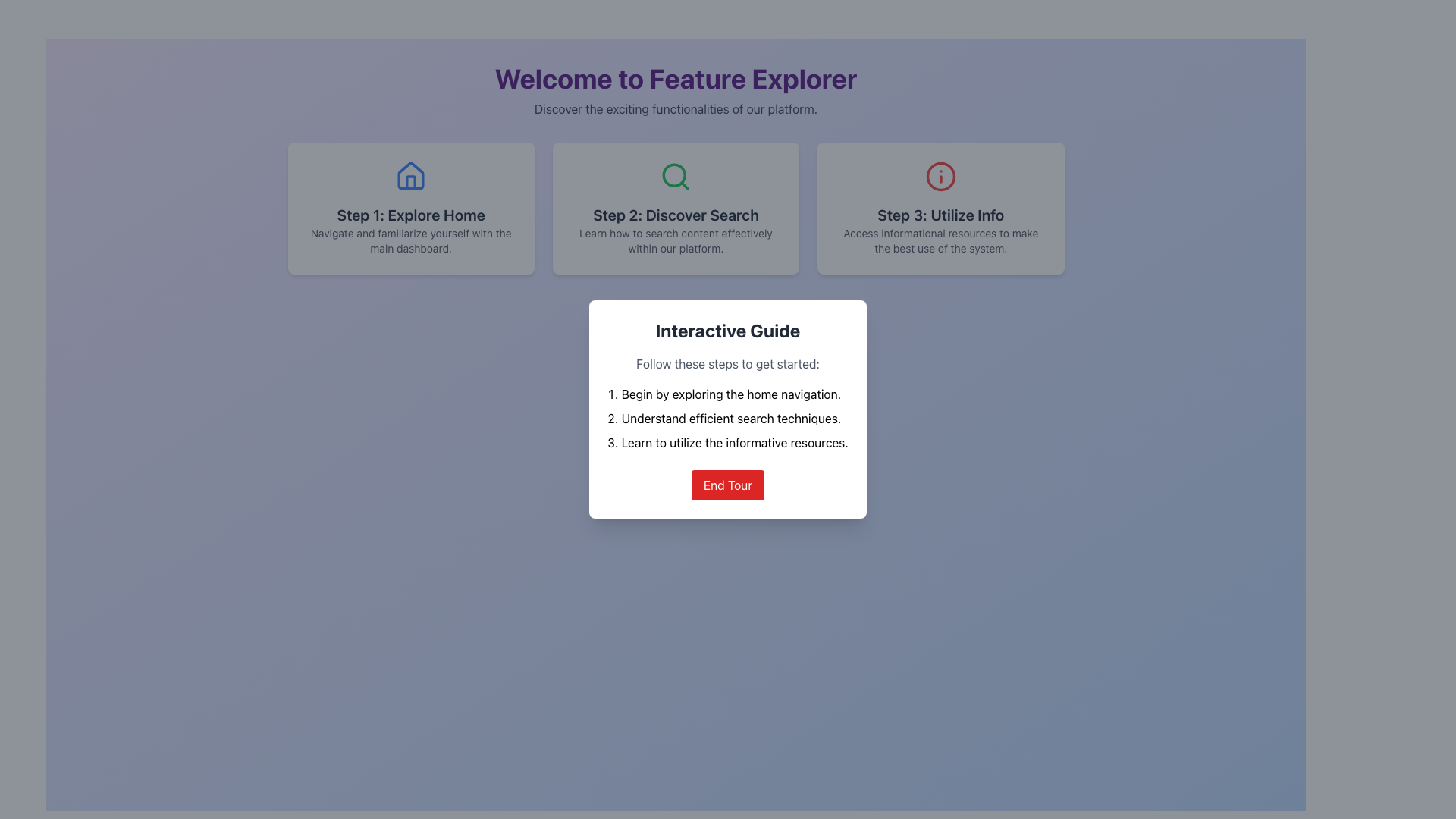 The height and width of the screenshot is (819, 1456). I want to click on the title text element that summarizes 'Step 3: Utilize Info', located centrally within the card layout, directly beneath an informational icon, so click(940, 215).